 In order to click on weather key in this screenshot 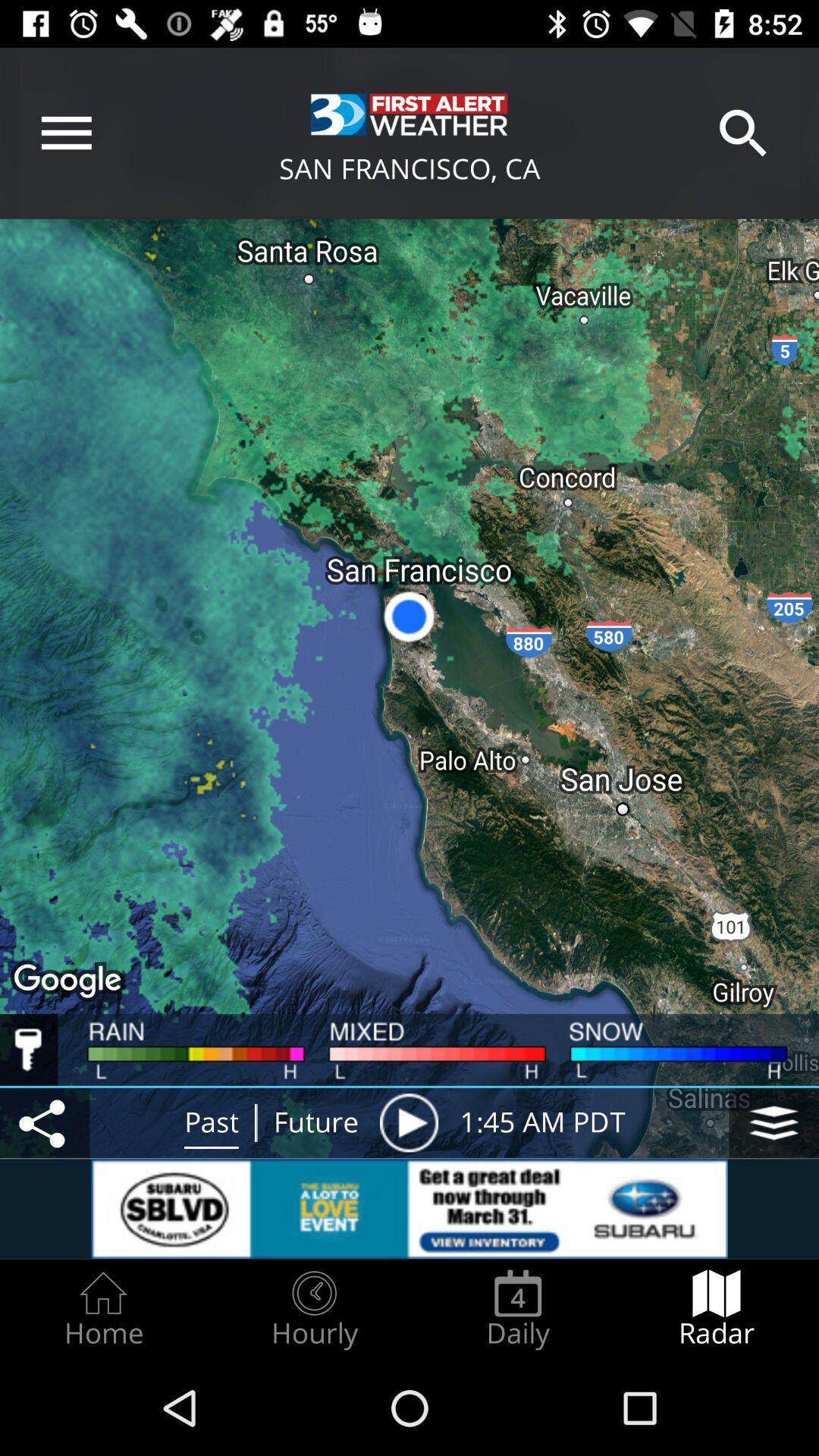, I will do `click(29, 1049)`.